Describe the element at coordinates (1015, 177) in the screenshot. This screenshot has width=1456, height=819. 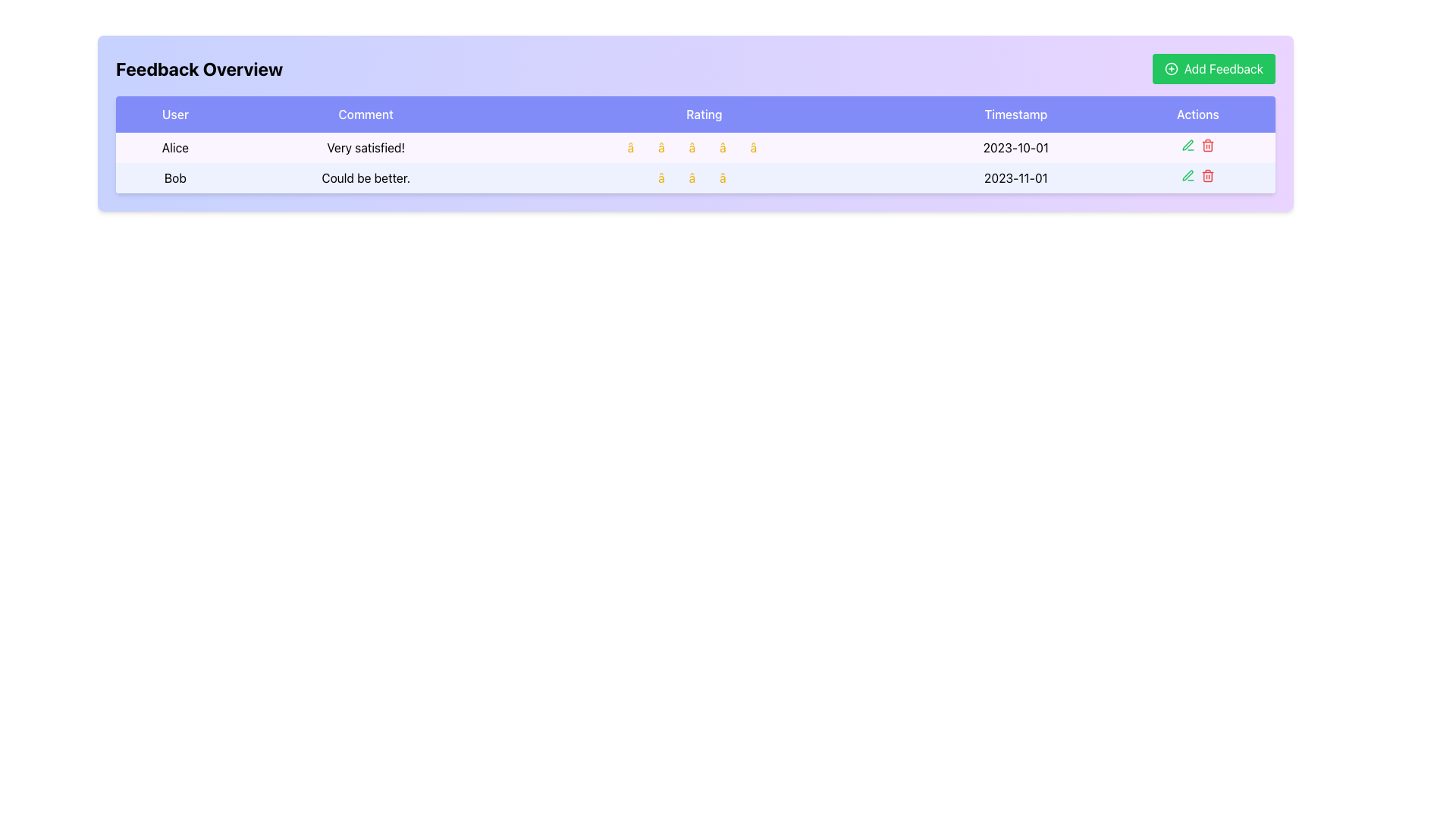
I see `the static text displaying '2023-11-01' located in the second row of the feedback table under the 'Timestamp' column for user 'Bob'` at that location.